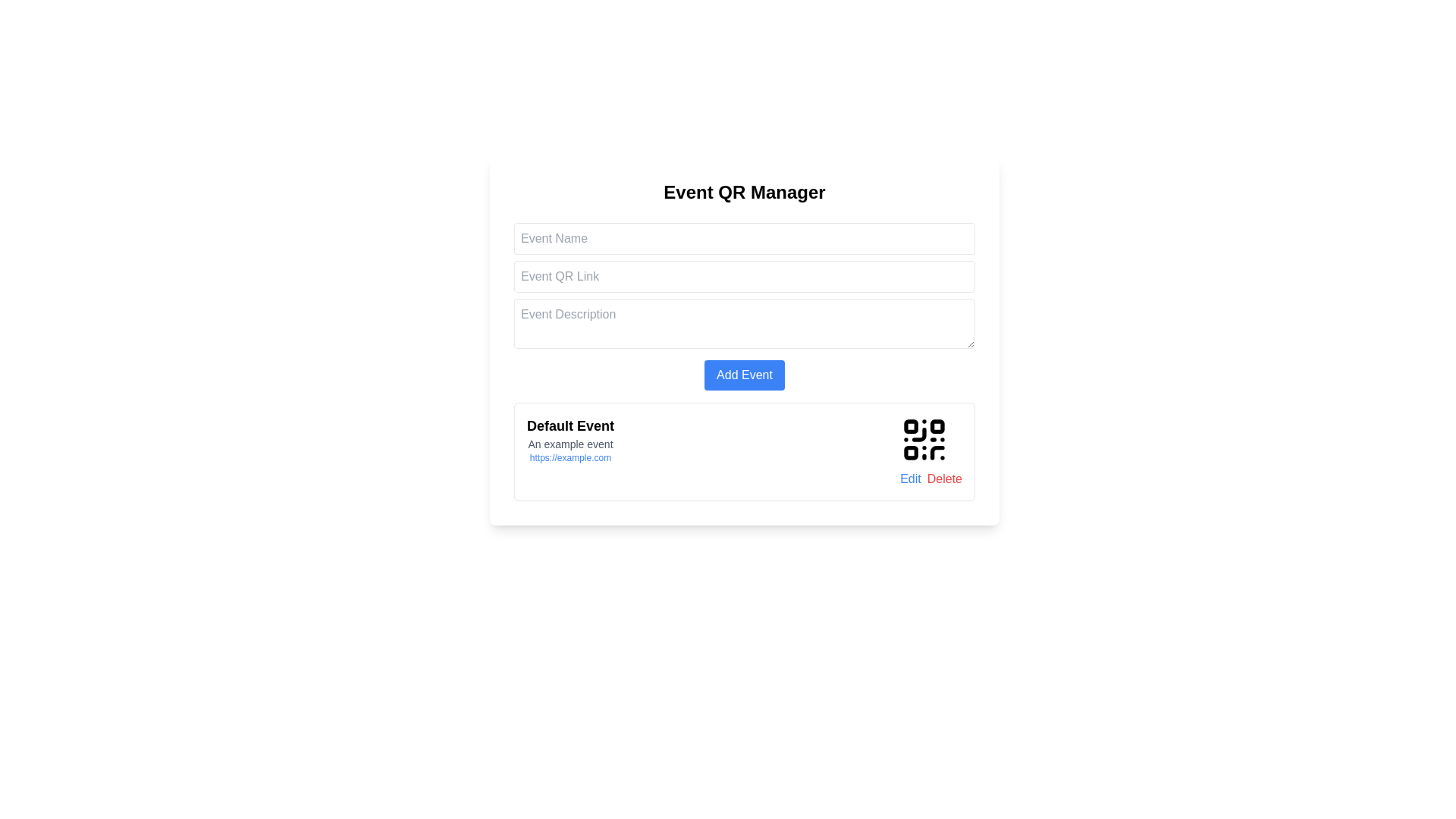 The image size is (1456, 819). Describe the element at coordinates (910, 426) in the screenshot. I see `the small square with rounded corners located in the top-left of the 3x3 grid within the QR code graphic in the bottom-right corner of the card labeled 'Default Event'` at that location.